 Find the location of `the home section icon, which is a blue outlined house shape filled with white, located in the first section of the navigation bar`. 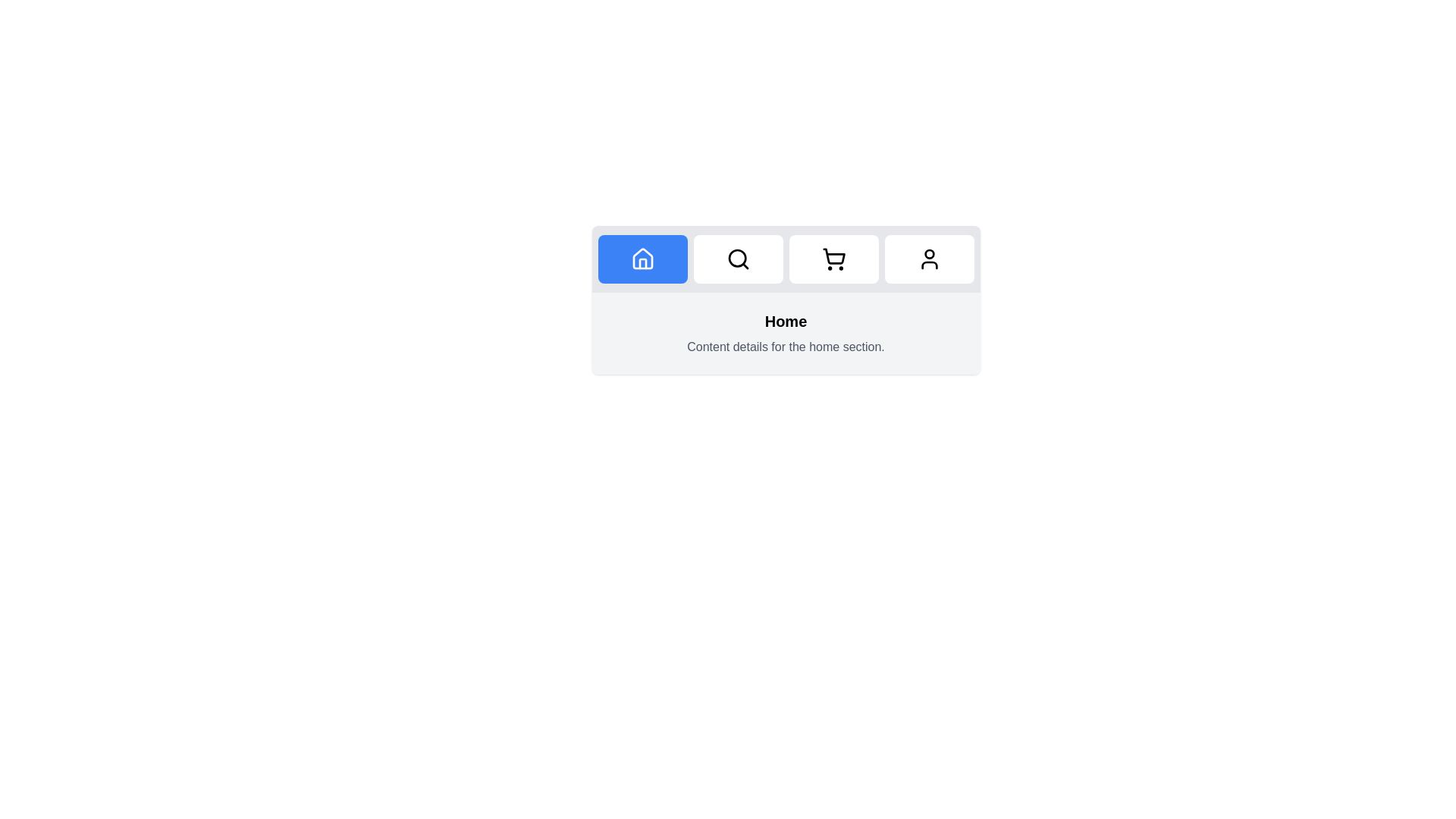

the home section icon, which is a blue outlined house shape filled with white, located in the first section of the navigation bar is located at coordinates (642, 258).